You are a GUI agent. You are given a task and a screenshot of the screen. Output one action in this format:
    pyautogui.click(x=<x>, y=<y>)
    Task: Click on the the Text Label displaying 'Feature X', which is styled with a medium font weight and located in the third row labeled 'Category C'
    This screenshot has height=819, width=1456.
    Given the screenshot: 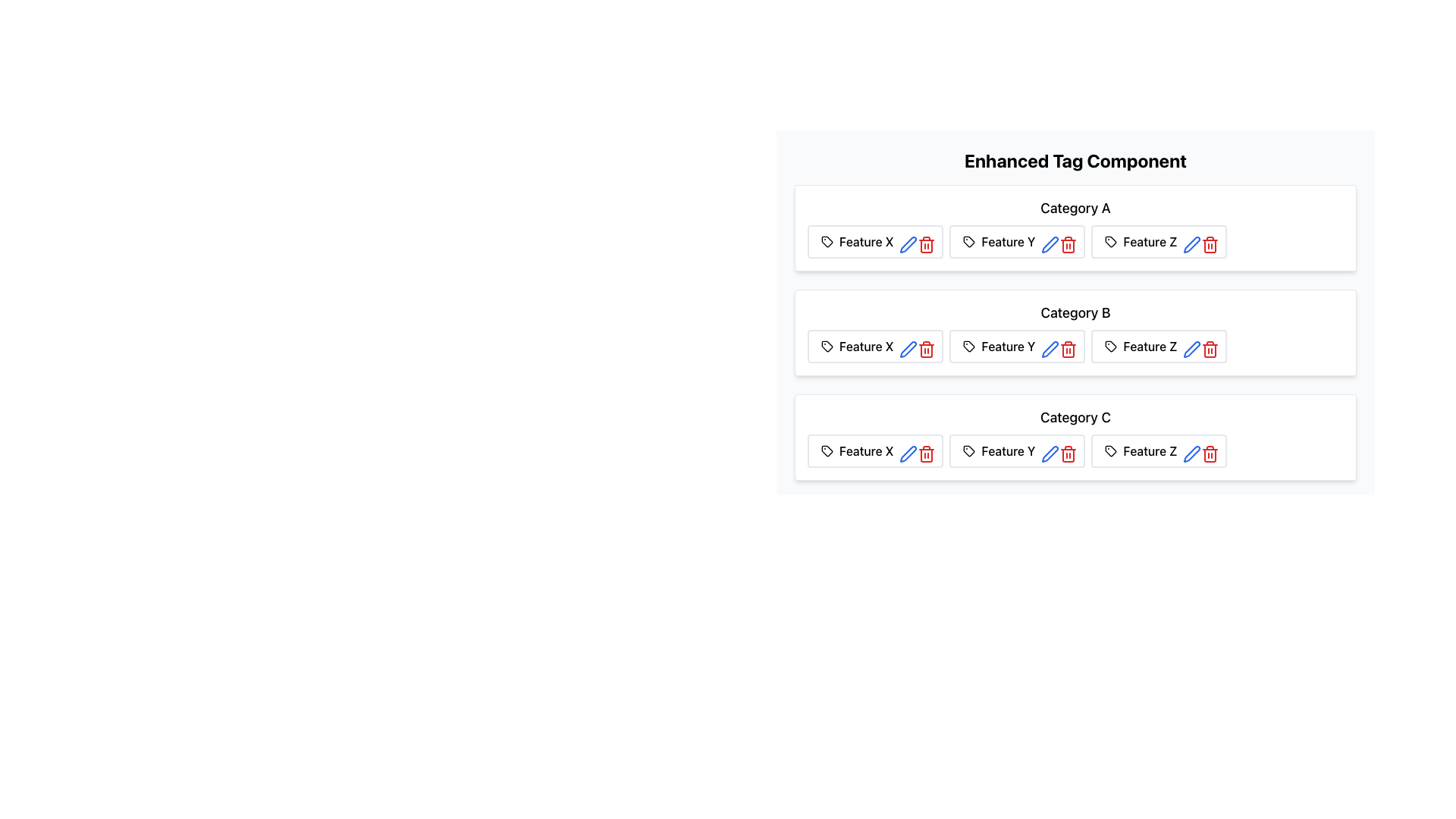 What is the action you would take?
    pyautogui.click(x=866, y=450)
    